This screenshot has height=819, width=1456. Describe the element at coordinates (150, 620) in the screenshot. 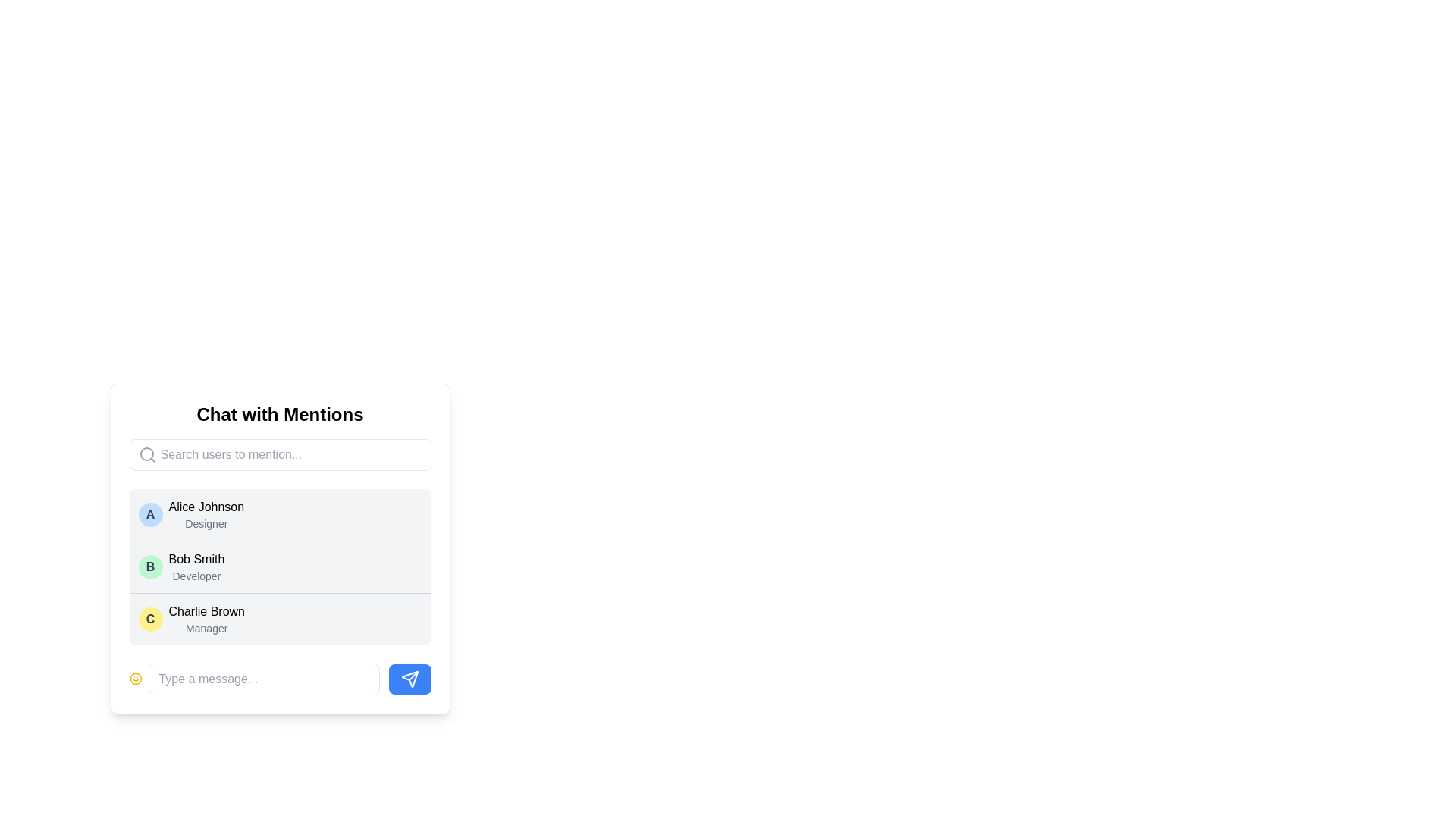

I see `the Avatar element, which is a small circular component with a yellow background and a gray border, containing a bold letter 'C' in gray text, located next to the name 'Charlie Brown' in the 'Chat with Mentions' list` at that location.